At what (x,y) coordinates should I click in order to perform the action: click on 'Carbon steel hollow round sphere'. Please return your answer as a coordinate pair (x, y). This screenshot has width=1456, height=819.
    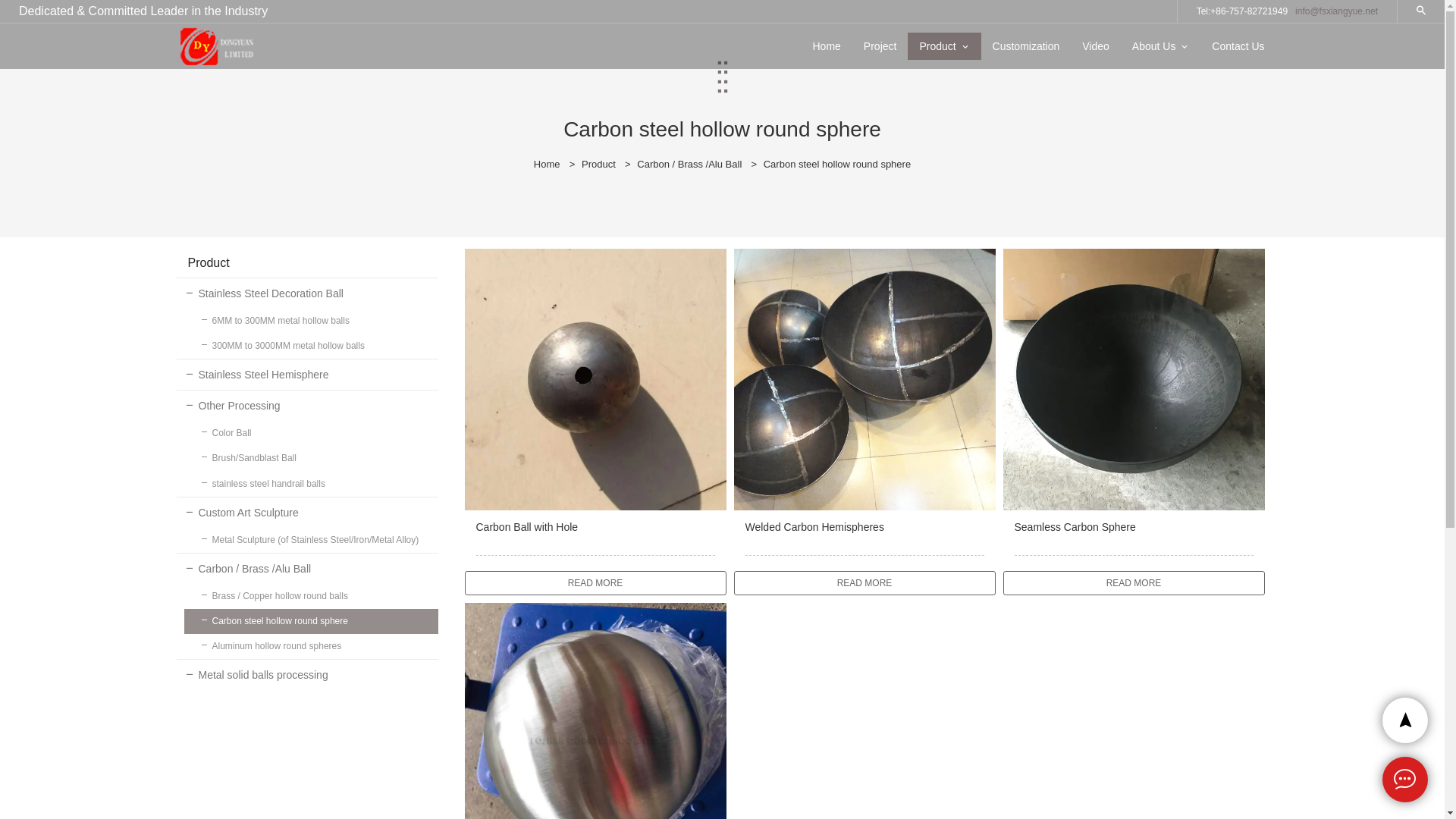
    Looking at the image, I should click on (309, 621).